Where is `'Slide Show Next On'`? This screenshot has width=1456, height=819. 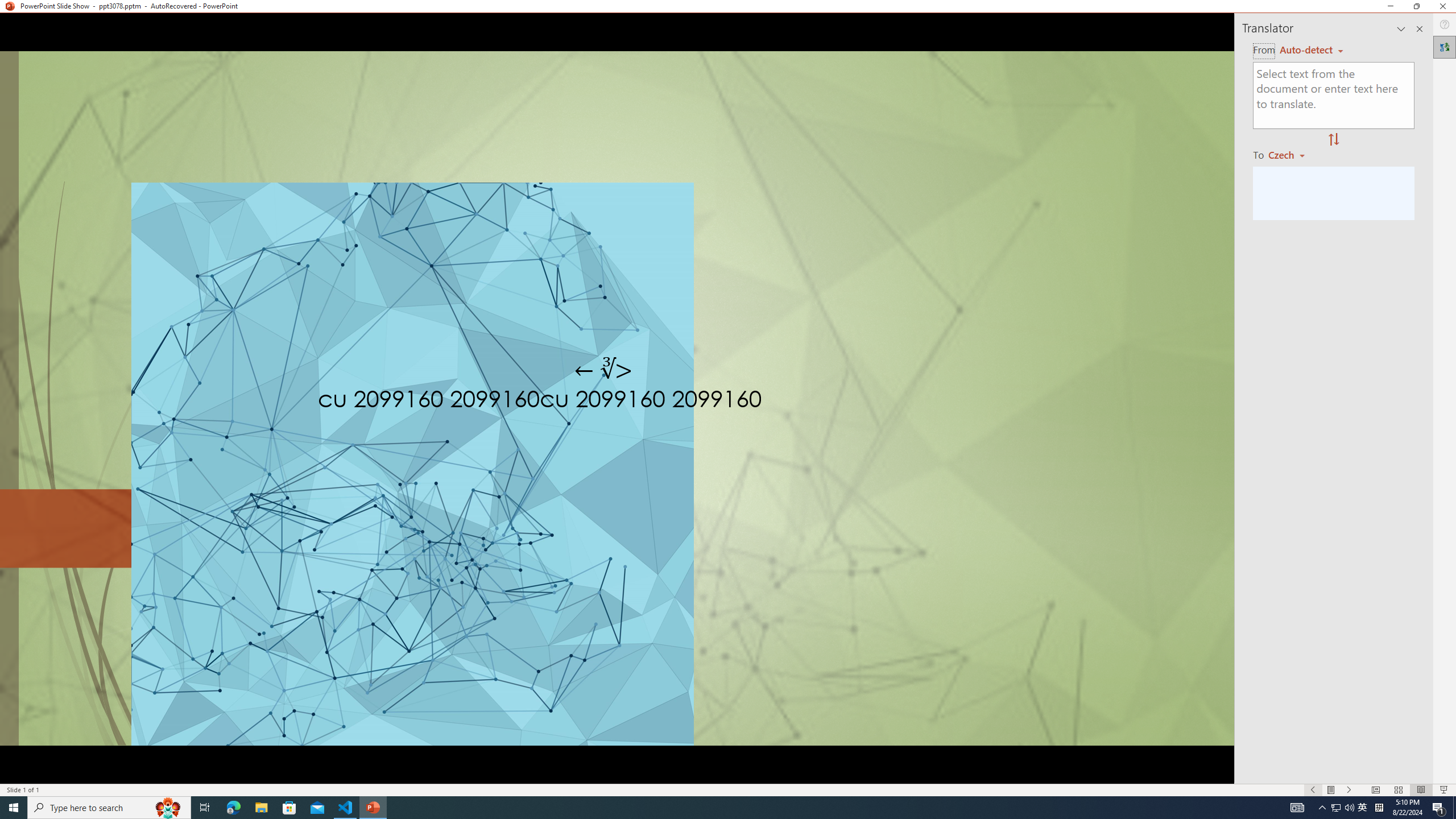 'Slide Show Next On' is located at coordinates (1349, 790).